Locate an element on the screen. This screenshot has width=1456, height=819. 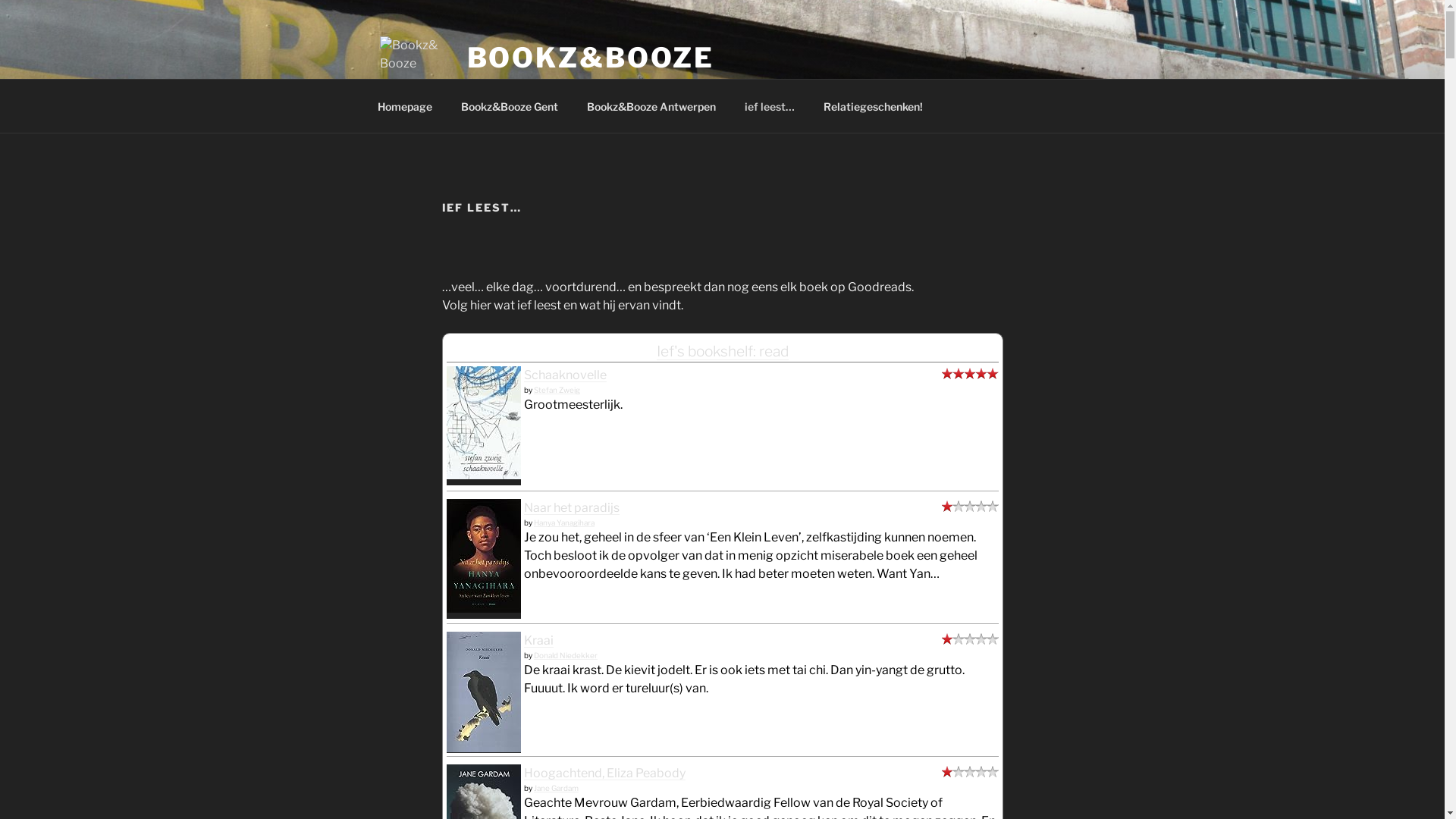
'did not like it' is located at coordinates (969, 640).